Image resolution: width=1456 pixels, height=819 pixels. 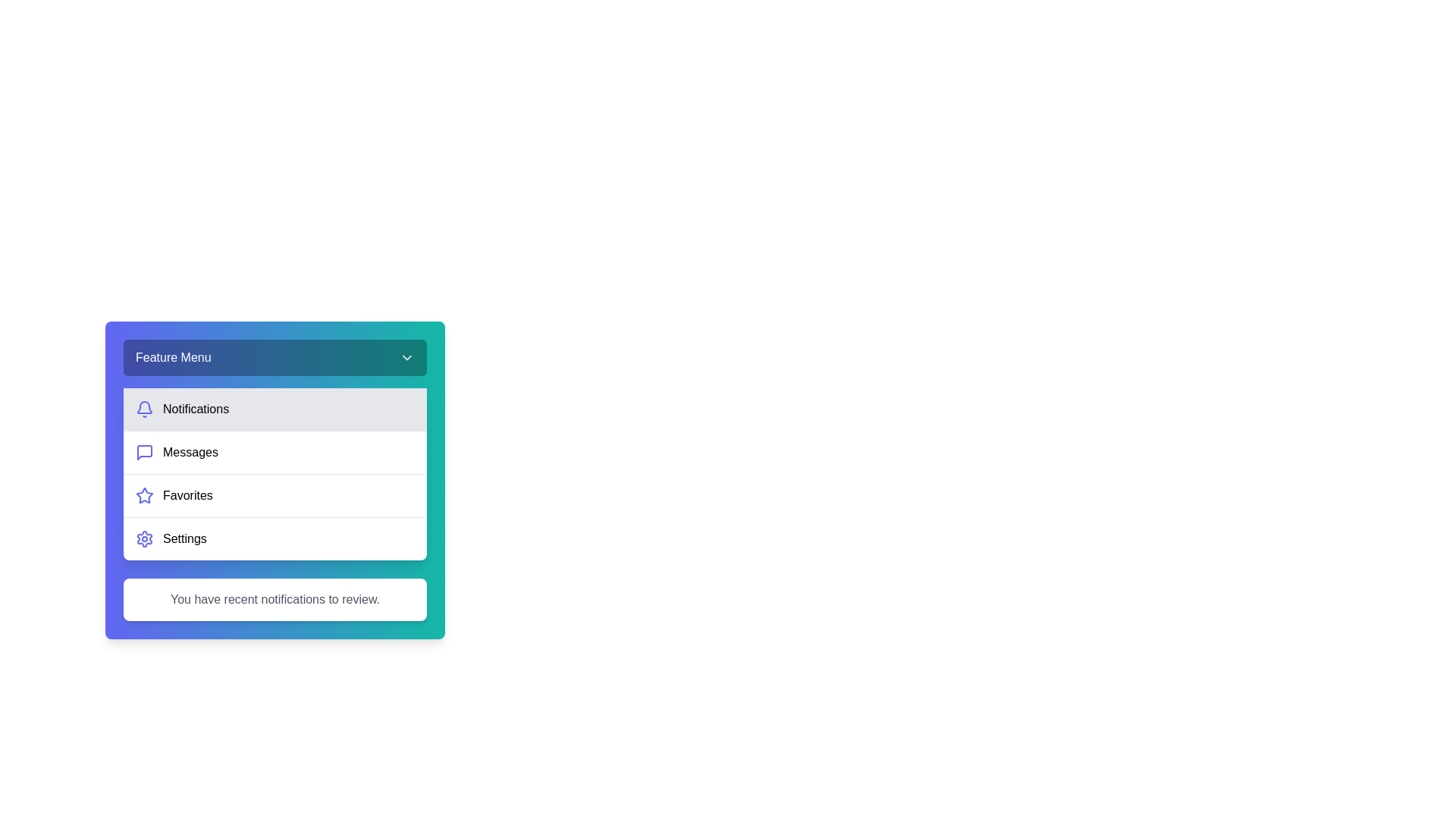 What do you see at coordinates (145, 406) in the screenshot?
I see `the bell icon in the dropdown menu labeled 'Feature Menu' to trigger any associated notifications or alerts` at bounding box center [145, 406].